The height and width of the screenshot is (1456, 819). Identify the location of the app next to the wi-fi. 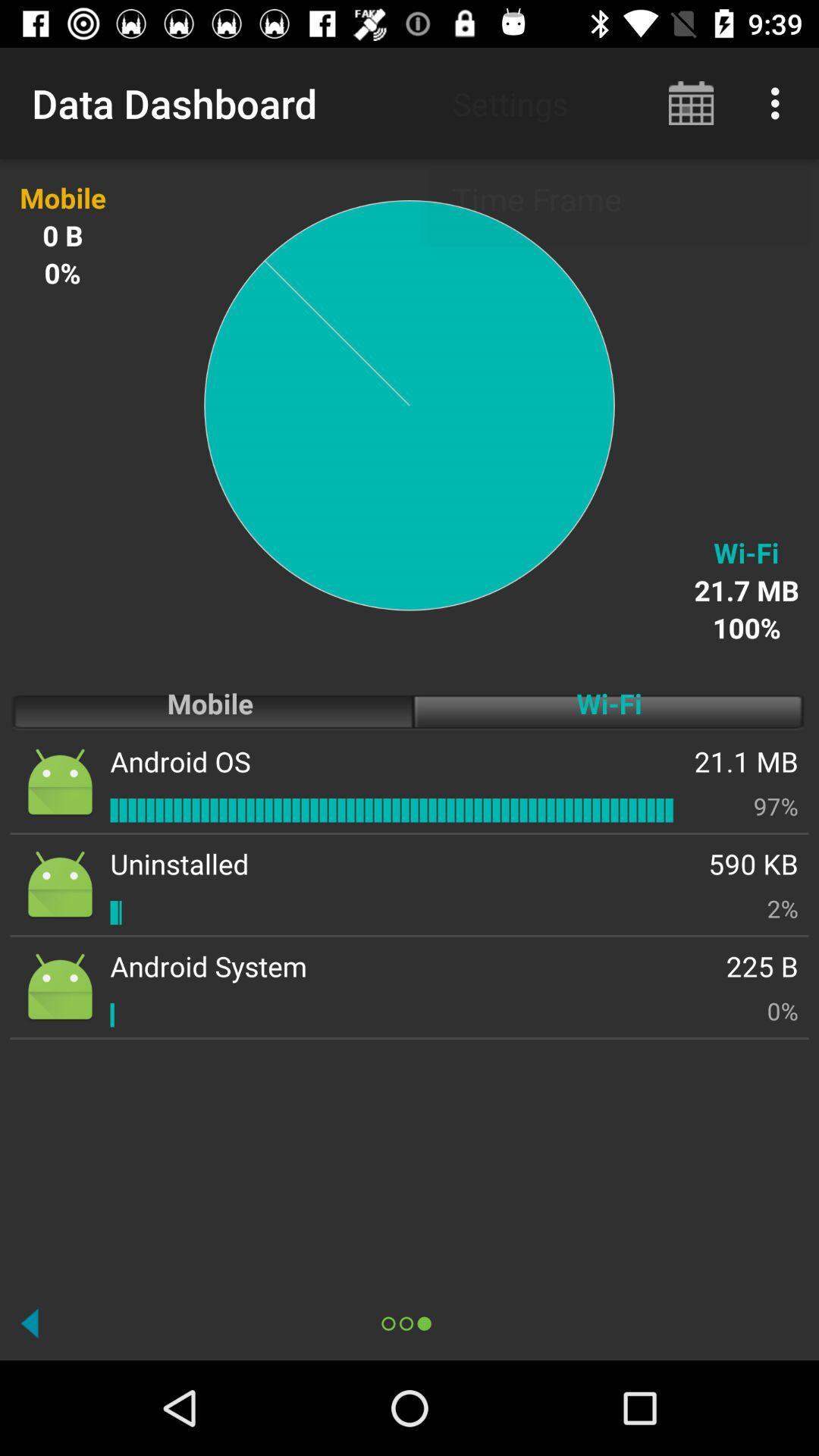
(180, 761).